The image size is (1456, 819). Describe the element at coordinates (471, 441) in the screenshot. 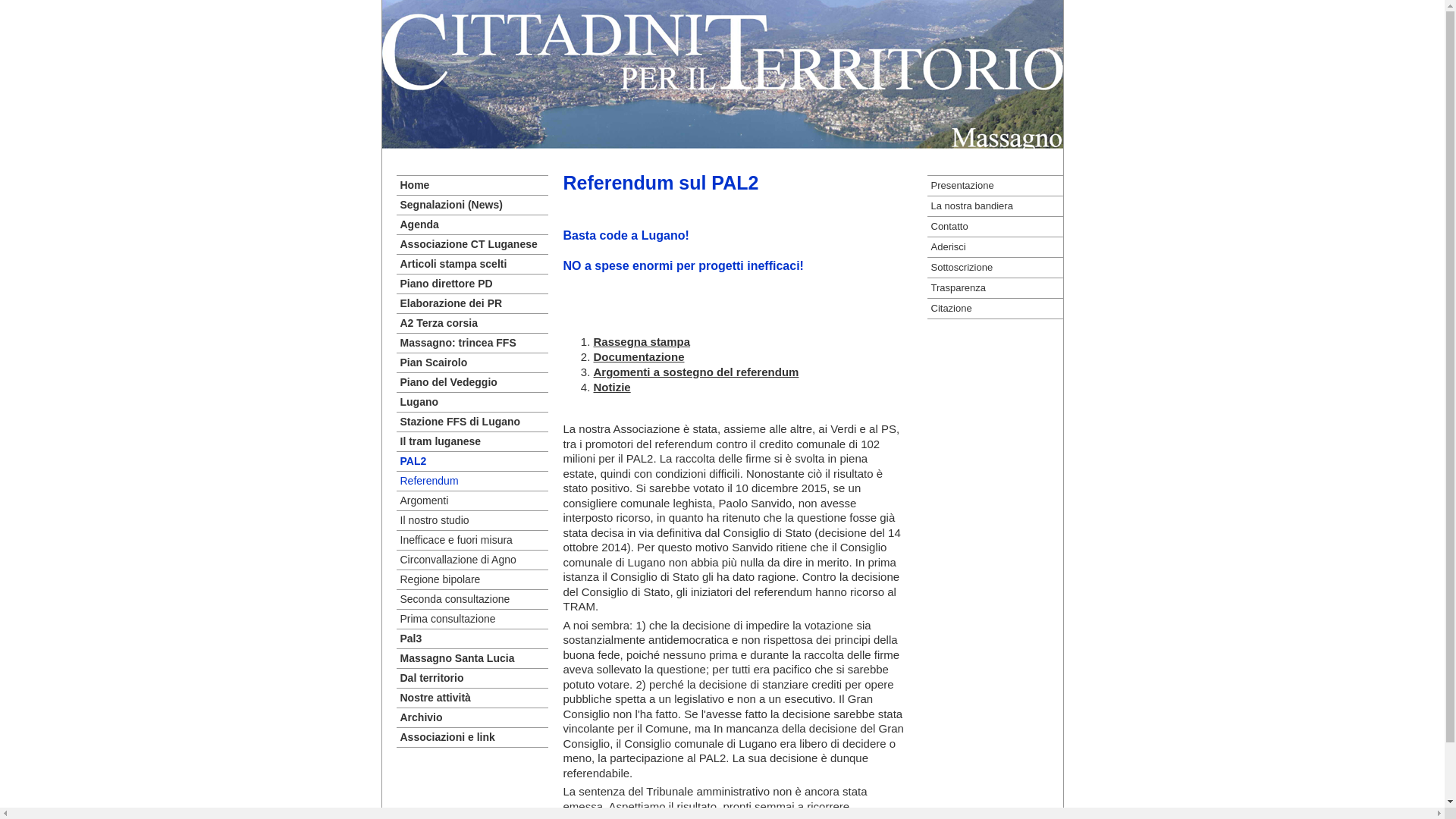

I see `'Il tram luganese'` at that location.